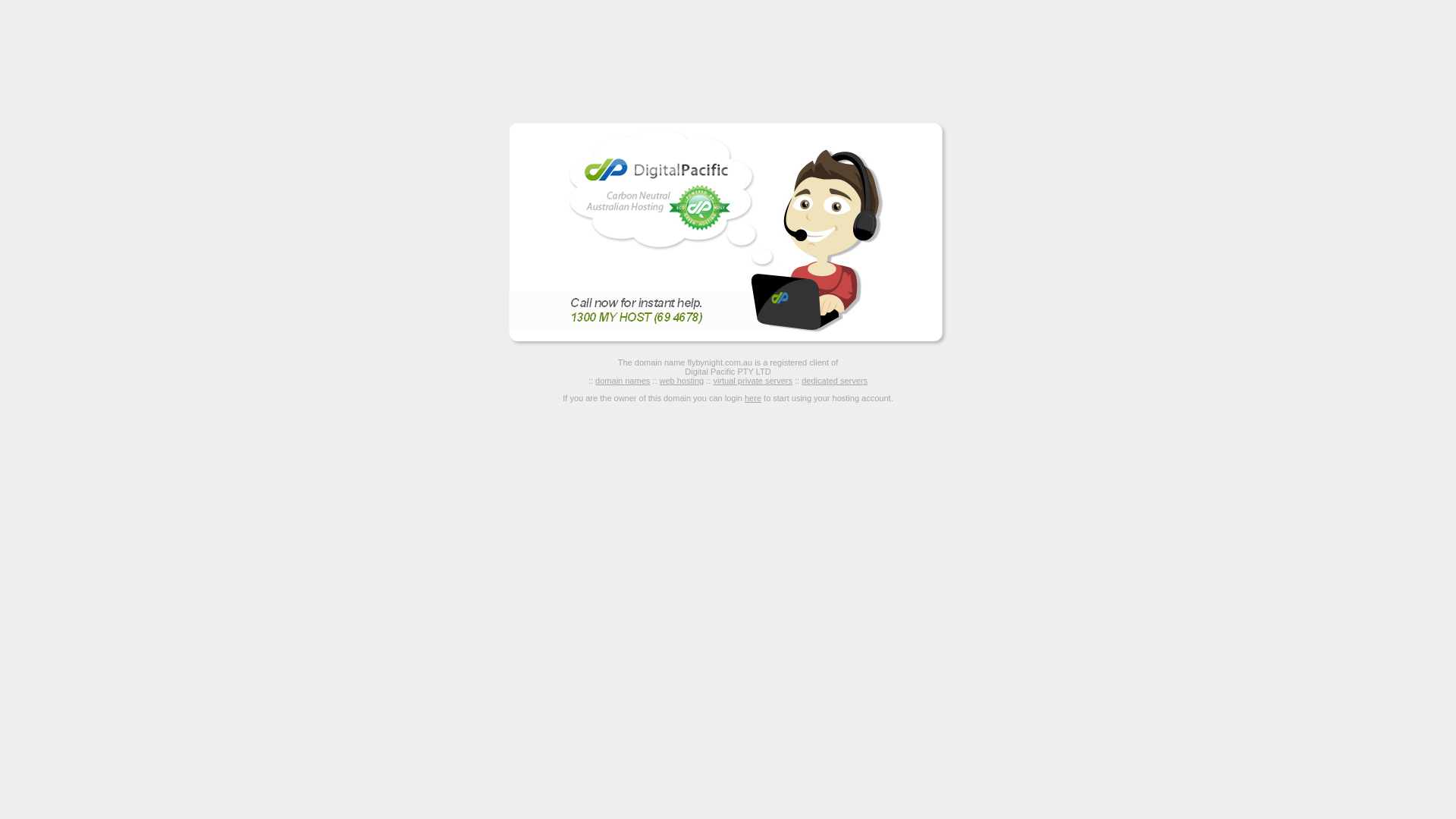 This screenshot has width=1456, height=819. I want to click on 'web hosting', so click(681, 379).